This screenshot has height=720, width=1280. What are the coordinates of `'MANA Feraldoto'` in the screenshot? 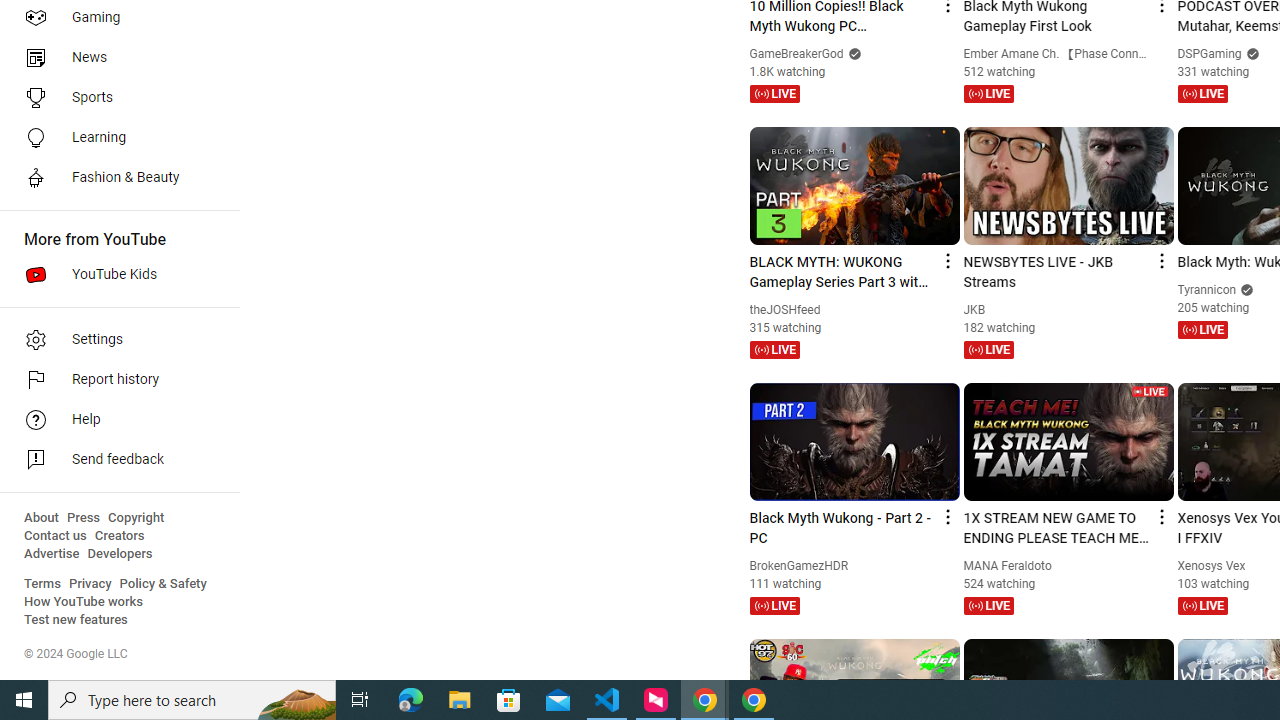 It's located at (1008, 566).